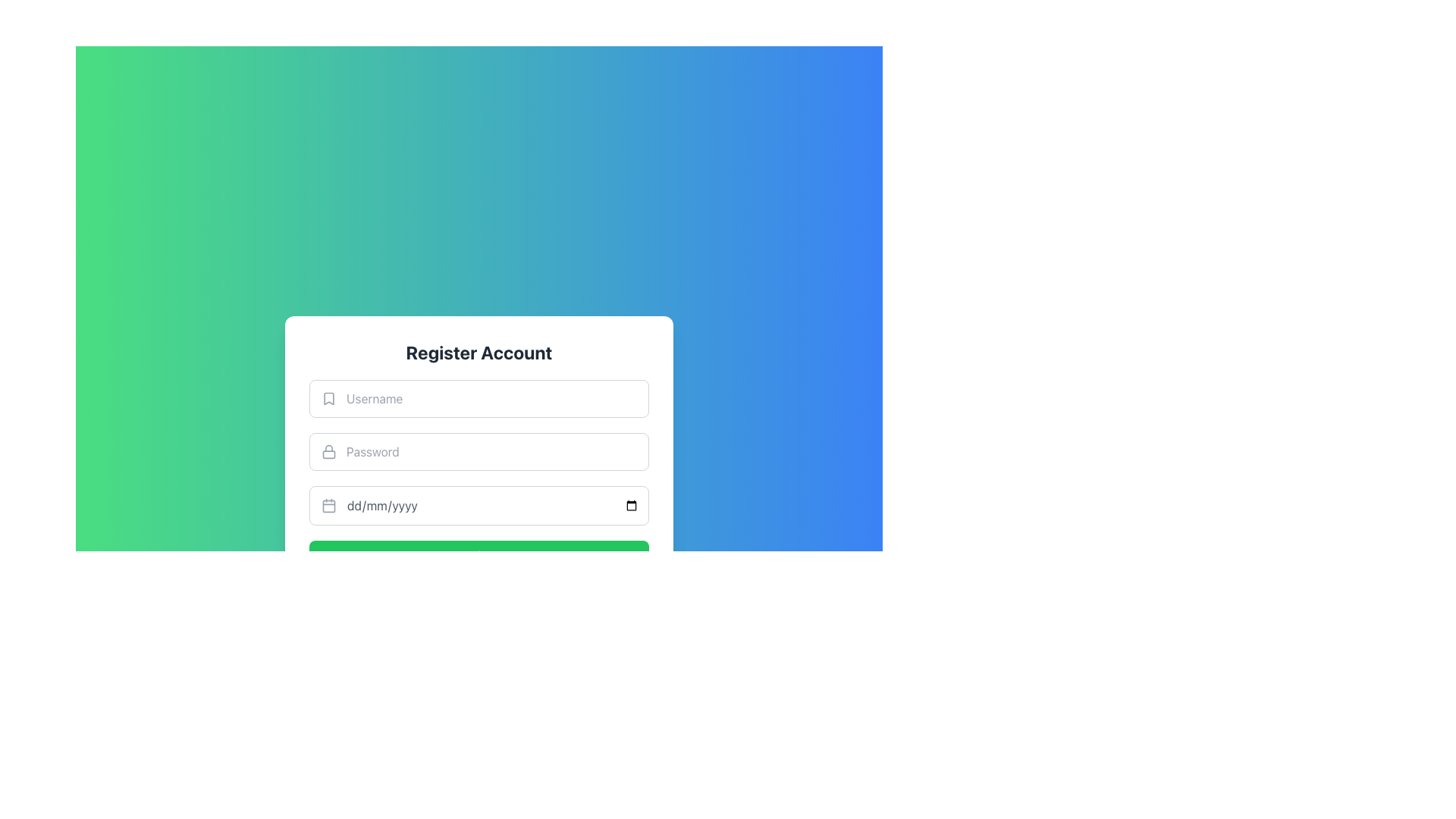 The width and height of the screenshot is (1456, 819). Describe the element at coordinates (328, 397) in the screenshot. I see `the decorative icon associated with the 'Username' input field in the 'Register Account' form` at that location.